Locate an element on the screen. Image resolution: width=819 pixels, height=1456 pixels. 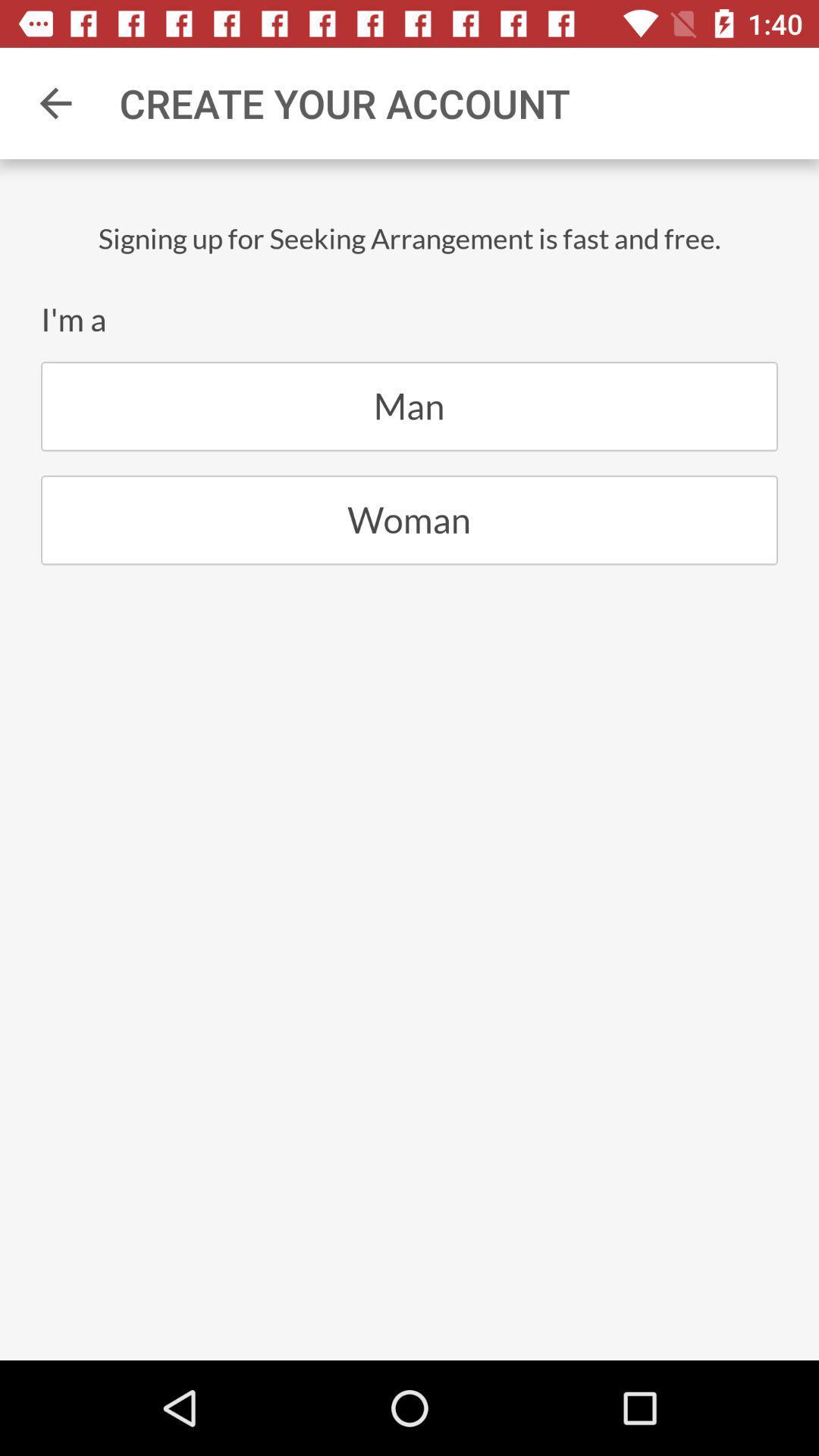
the app to the left of the create your account item is located at coordinates (55, 102).